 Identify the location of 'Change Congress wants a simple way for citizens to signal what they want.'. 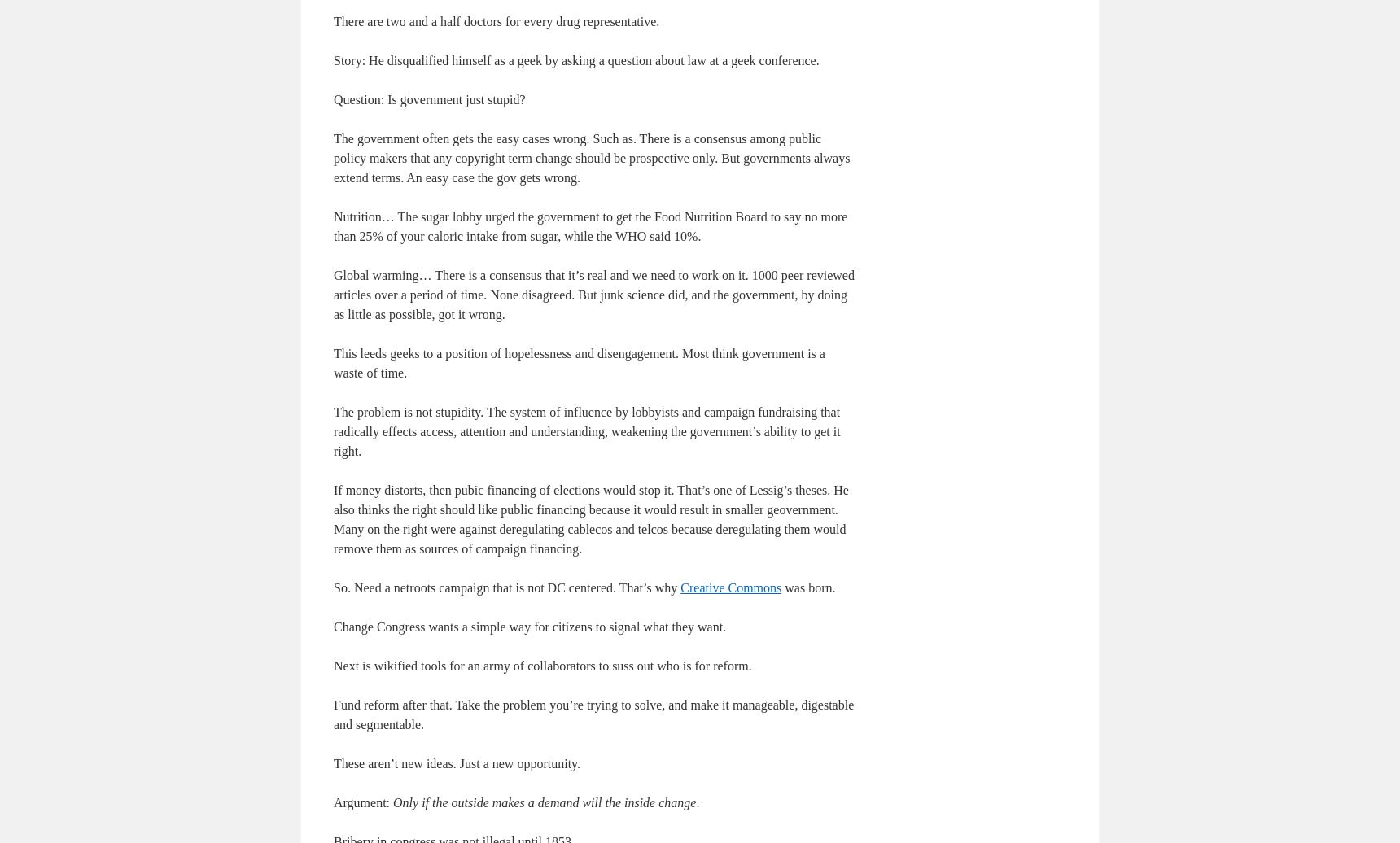
(530, 626).